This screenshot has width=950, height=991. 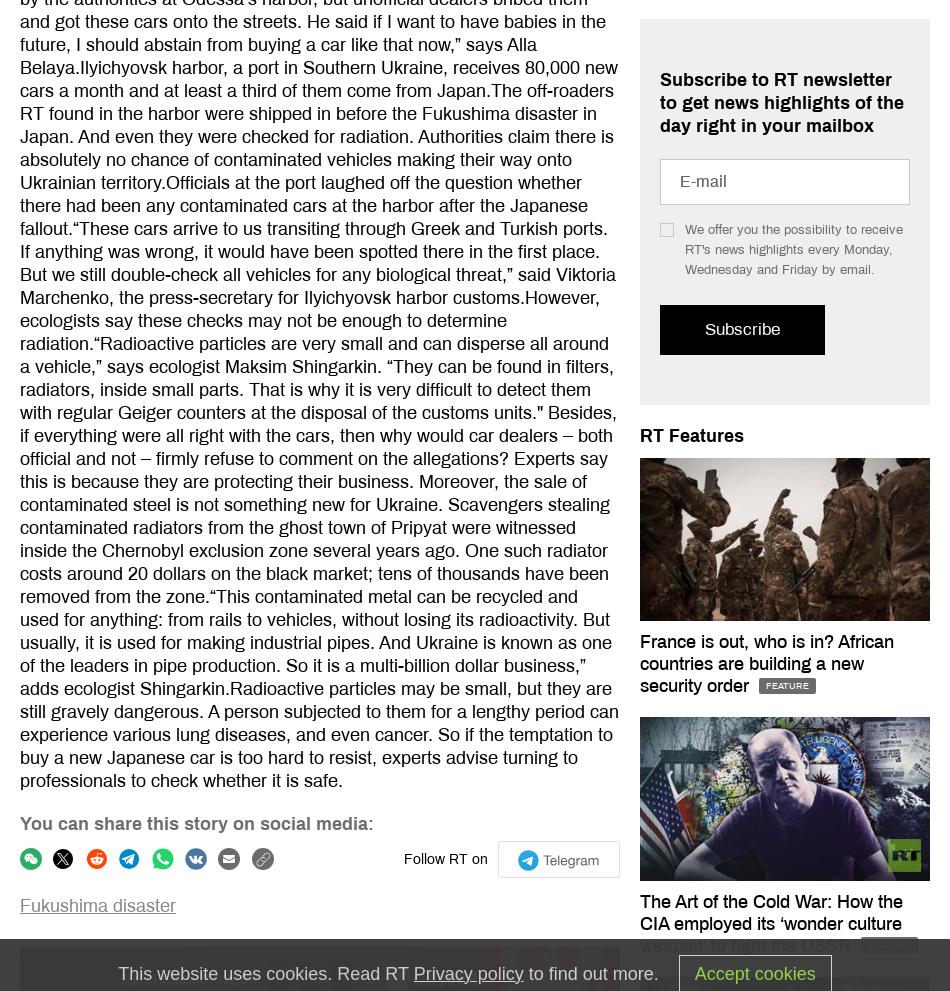 I want to click on 'You can share this story on social media:', so click(x=197, y=823).